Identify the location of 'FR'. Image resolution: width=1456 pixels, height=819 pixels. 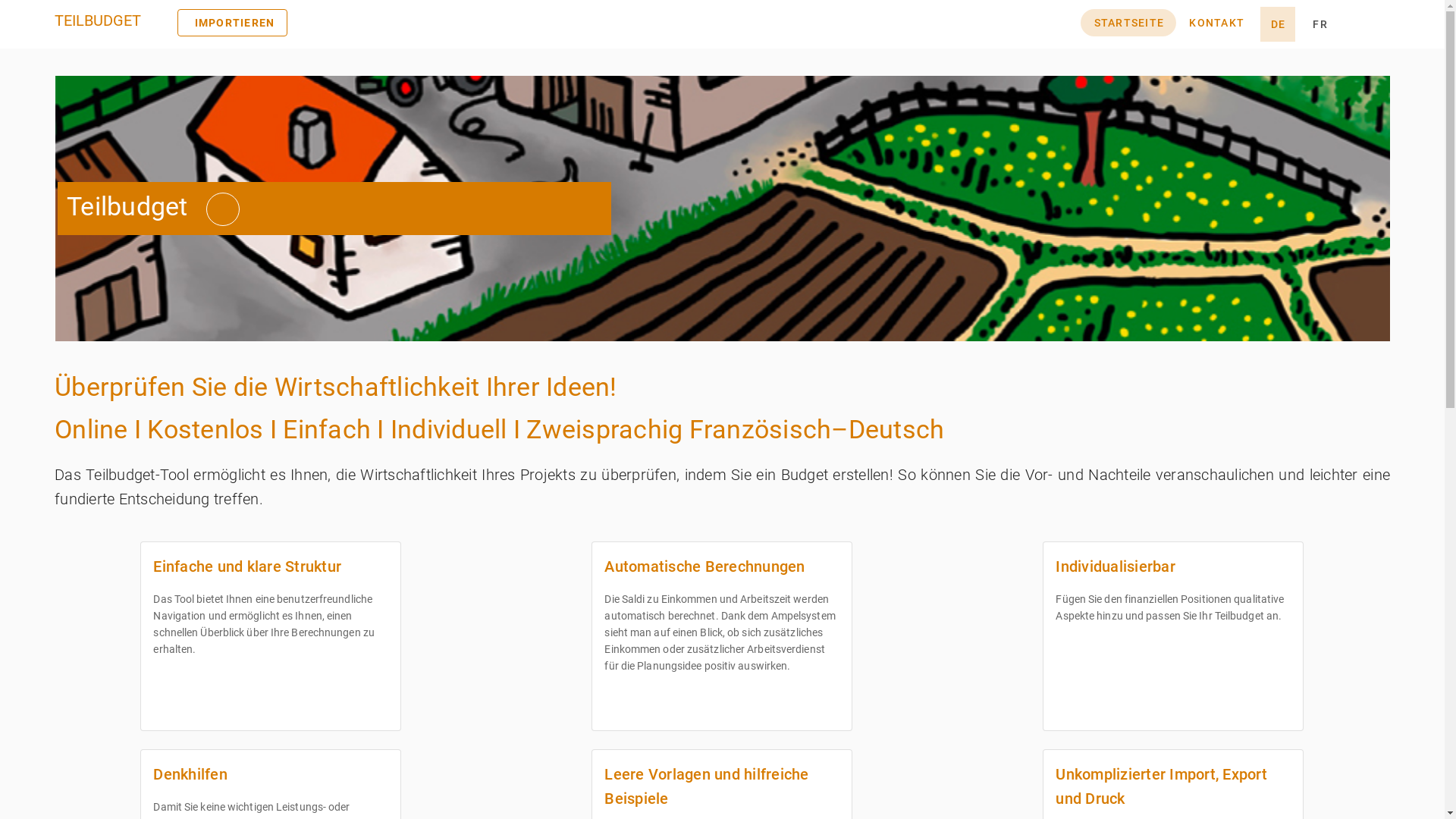
(1319, 24).